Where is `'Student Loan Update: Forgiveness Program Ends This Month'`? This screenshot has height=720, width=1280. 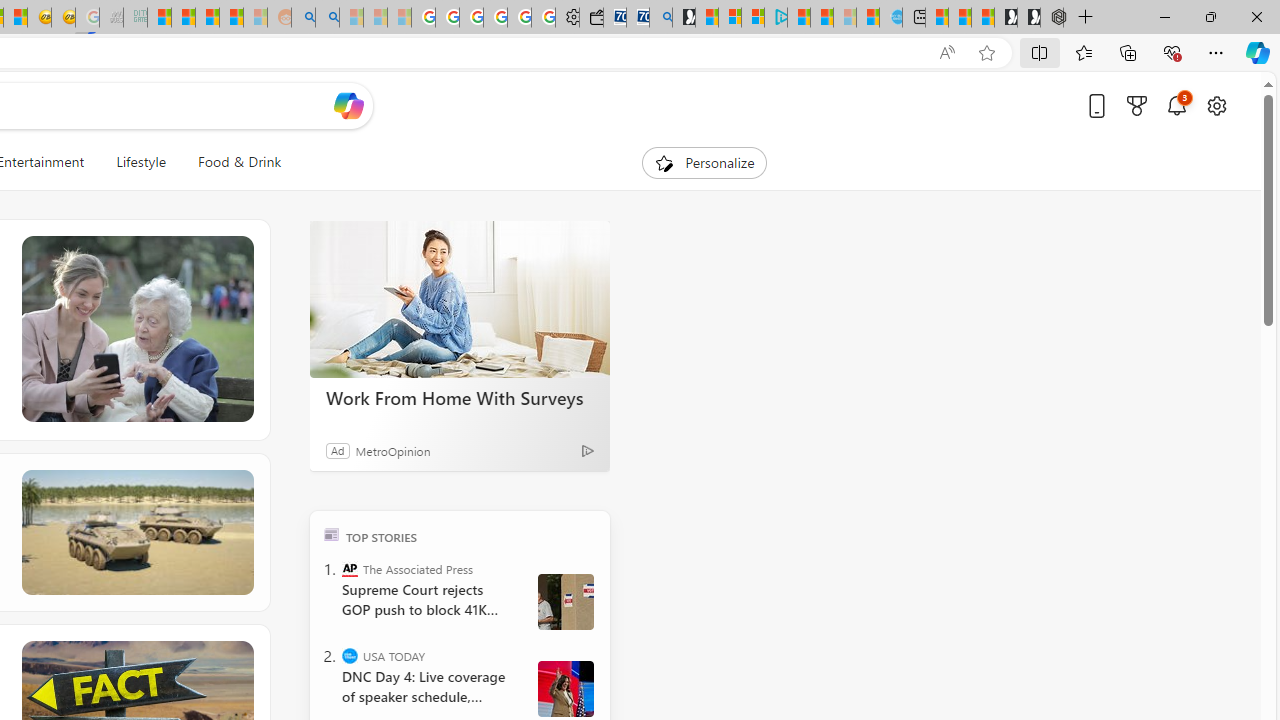
'Student Loan Update: Forgiveness Program Ends This Month' is located at coordinates (231, 17).